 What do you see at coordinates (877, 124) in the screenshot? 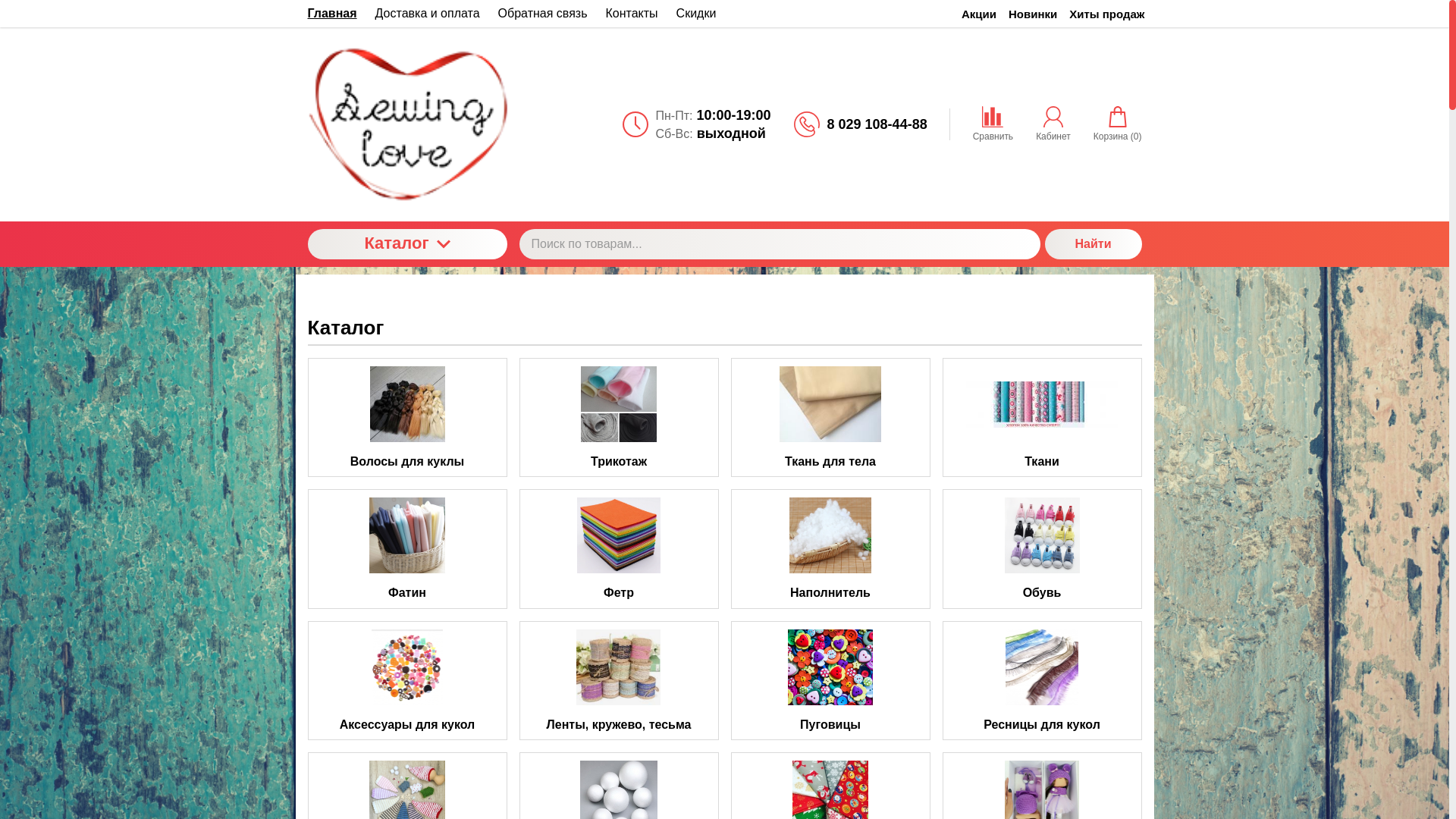
I see `'8 029 108-44-88'` at bounding box center [877, 124].